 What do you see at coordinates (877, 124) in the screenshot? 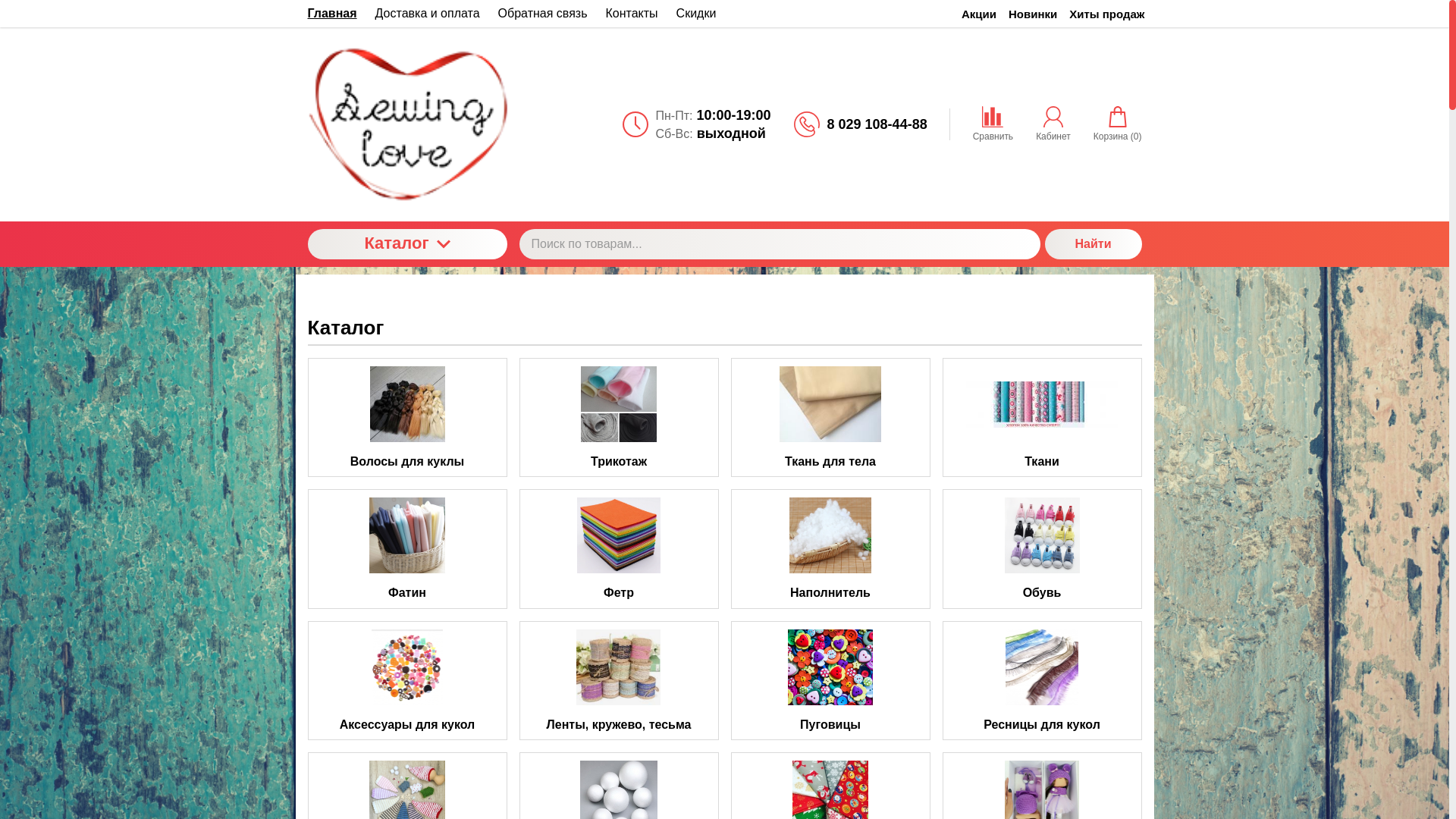
I see `'8 029 108-44-88'` at bounding box center [877, 124].